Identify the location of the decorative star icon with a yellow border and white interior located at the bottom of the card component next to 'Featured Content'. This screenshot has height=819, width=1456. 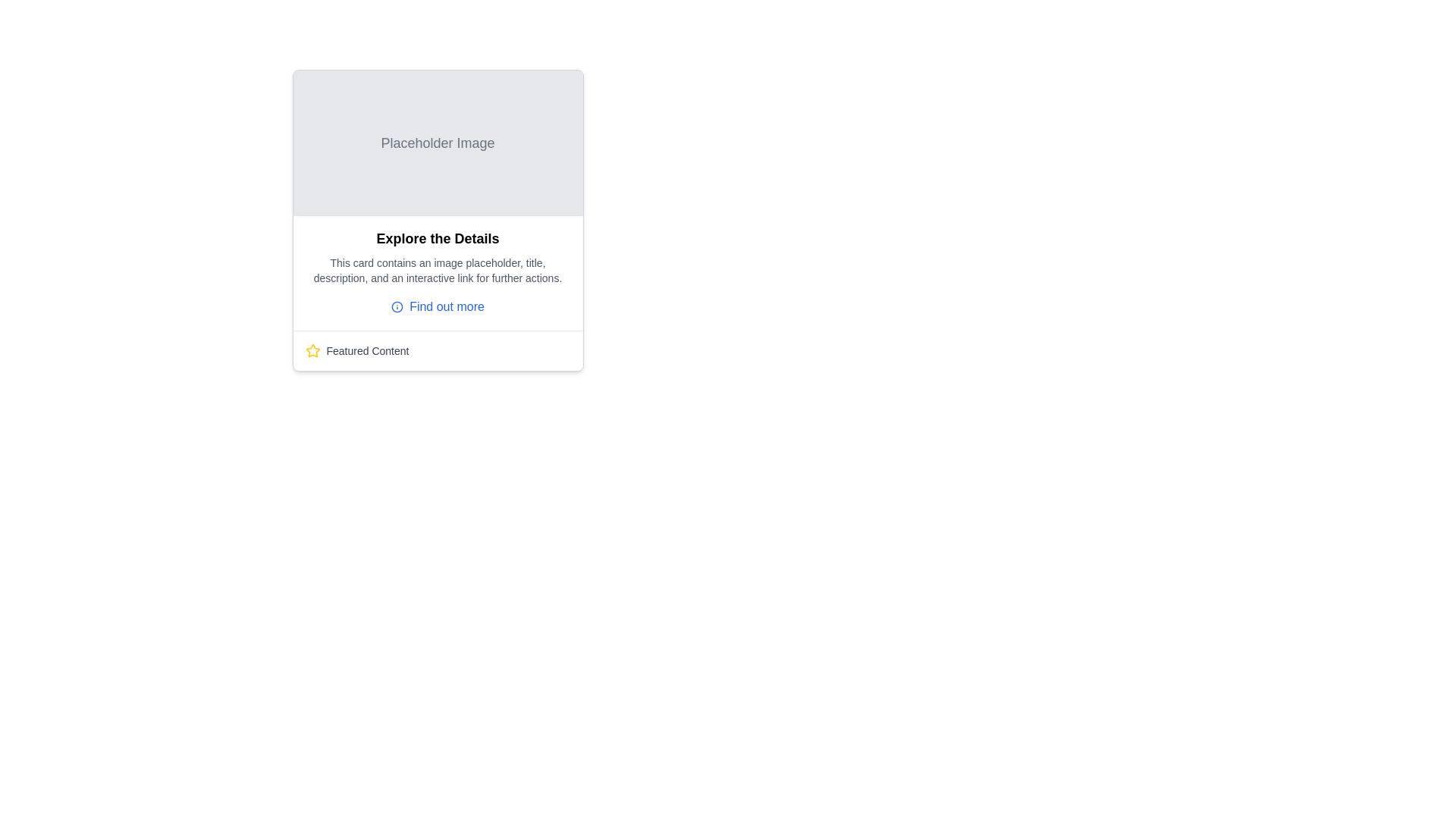
(312, 350).